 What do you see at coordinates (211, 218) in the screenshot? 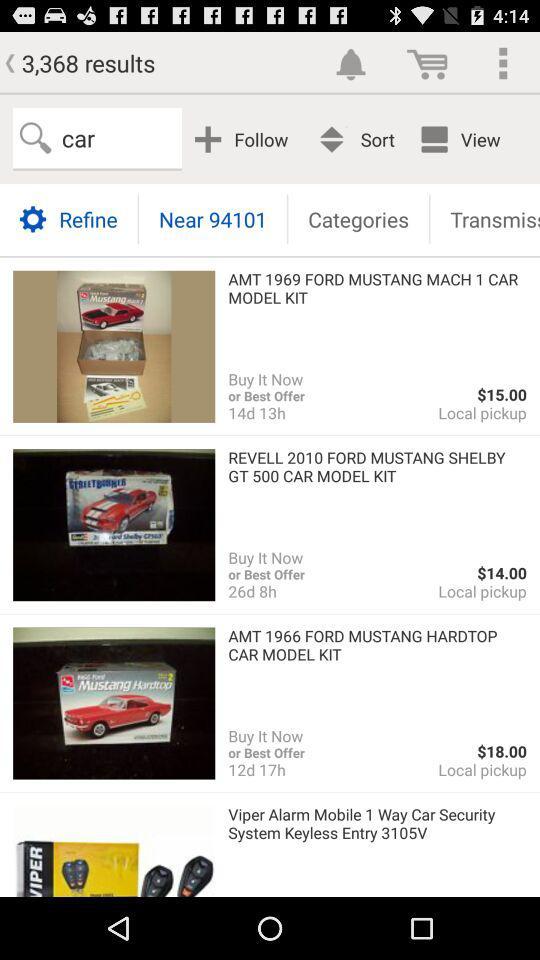
I see `near 94101 icon` at bounding box center [211, 218].